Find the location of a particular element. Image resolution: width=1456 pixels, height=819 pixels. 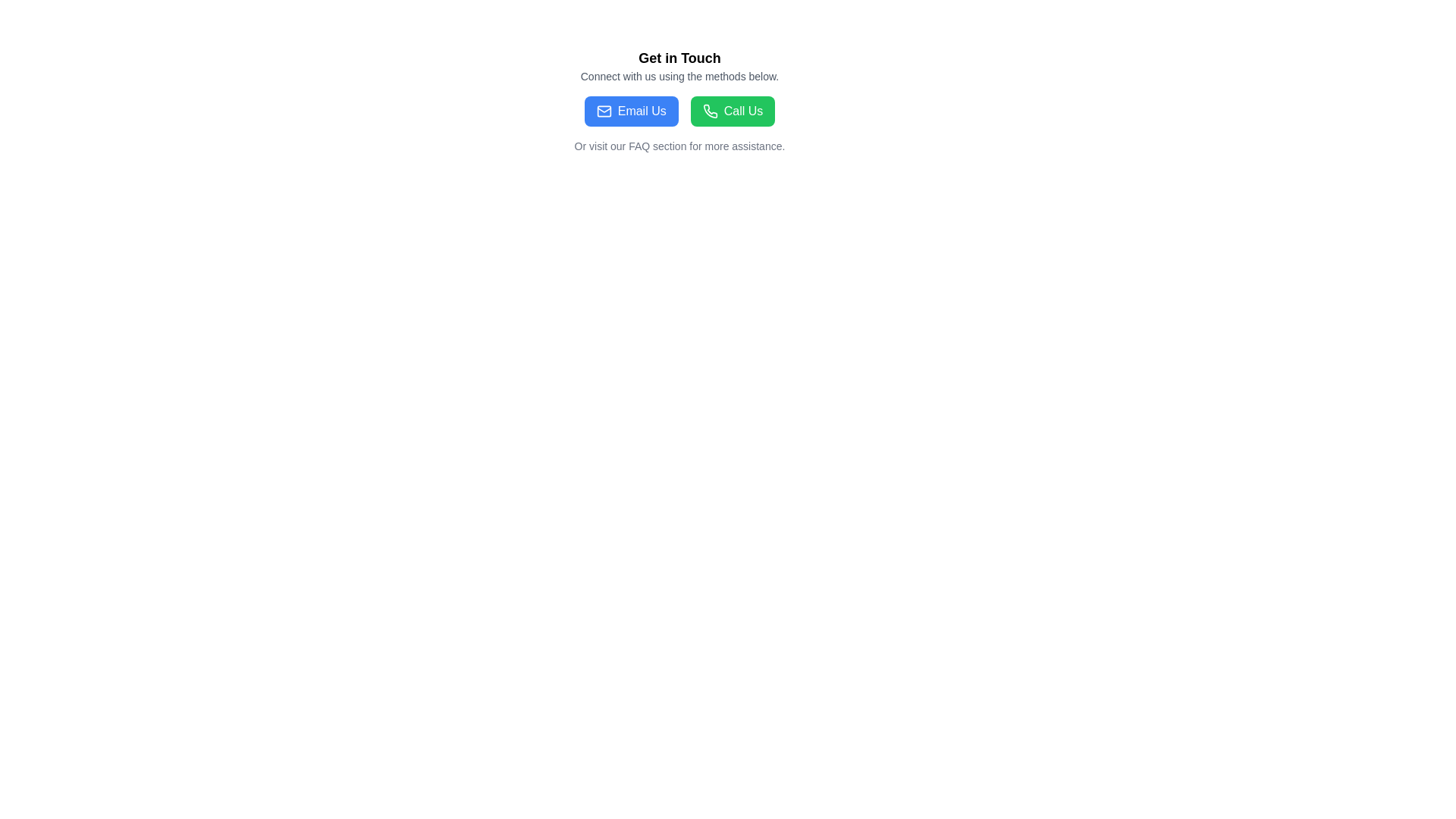

the 'Email Us' button, which has a blue background, white text, and an envelope icon, to initiate an email is located at coordinates (631, 110).